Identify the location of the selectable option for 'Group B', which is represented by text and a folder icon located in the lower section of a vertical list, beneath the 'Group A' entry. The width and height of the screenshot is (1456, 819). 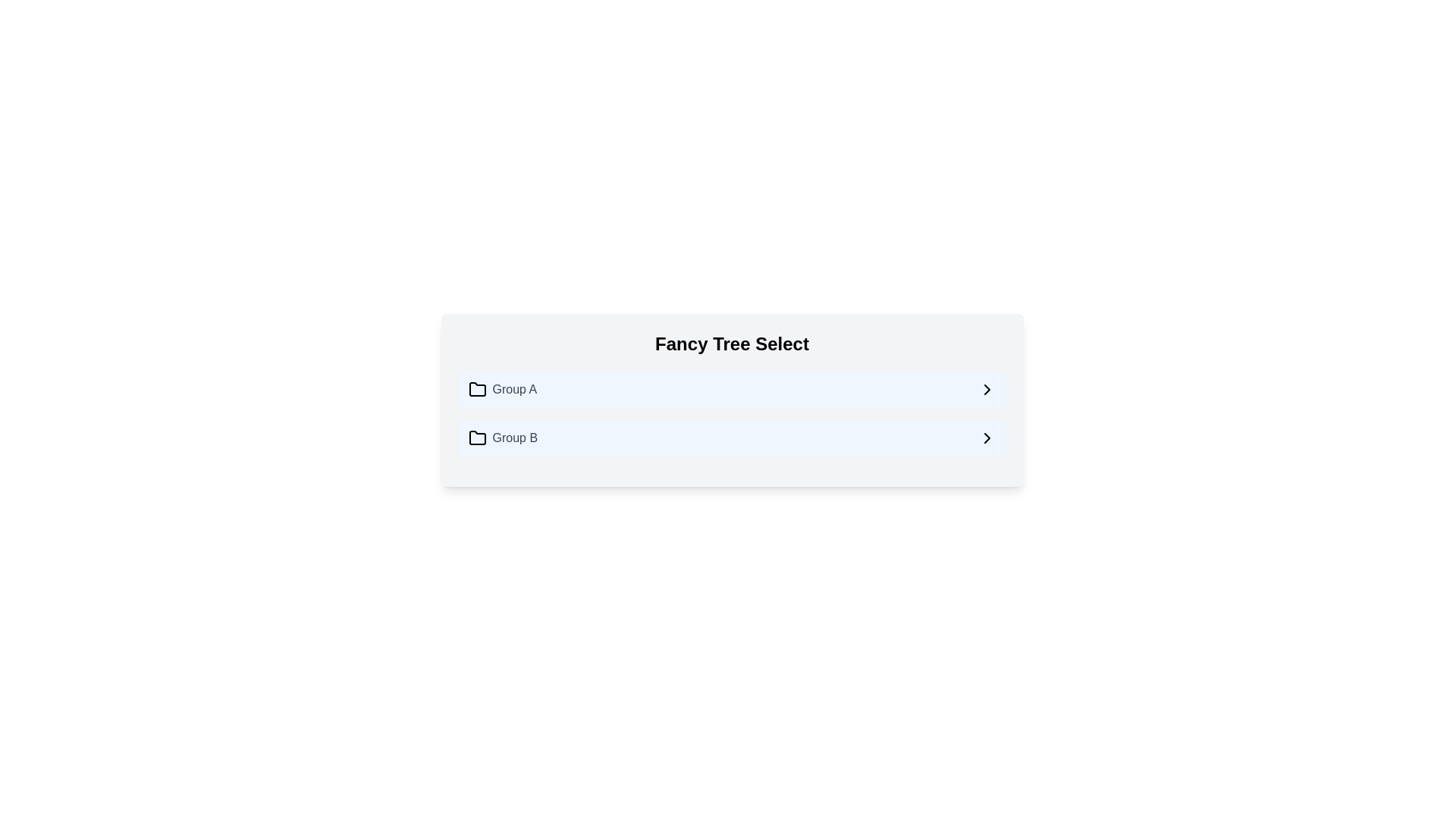
(503, 438).